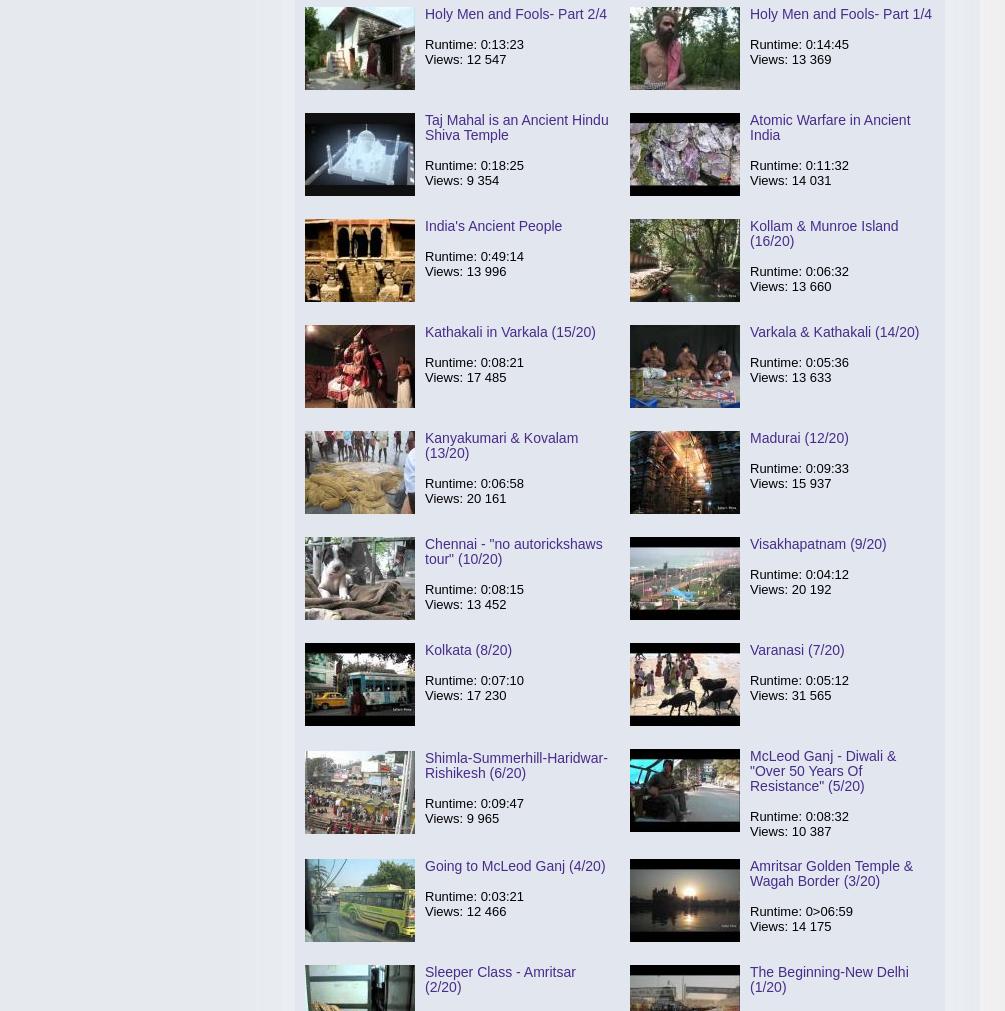  I want to click on '13 369', so click(811, 58).